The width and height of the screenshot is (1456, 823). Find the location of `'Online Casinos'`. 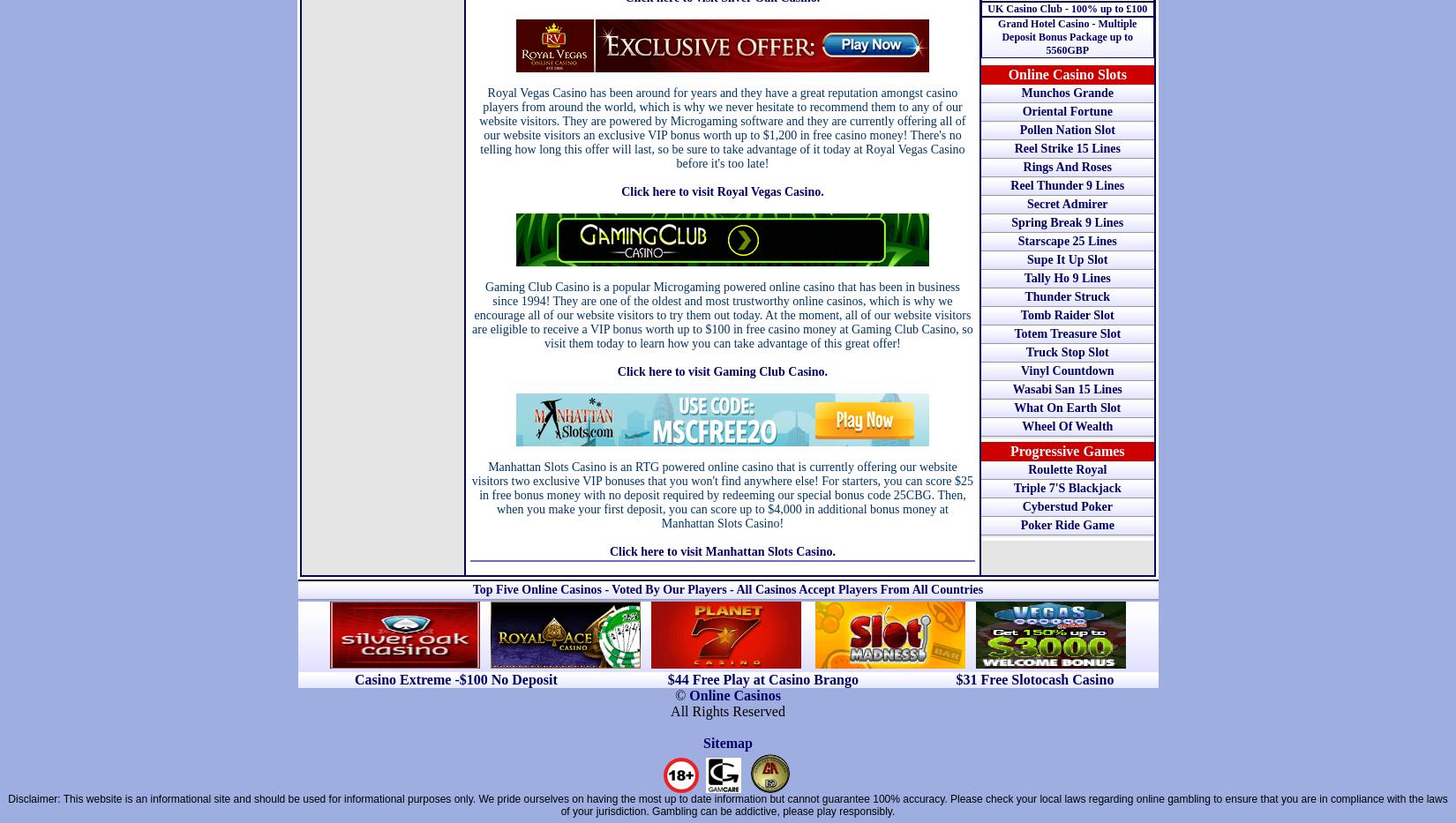

'Online Casinos' is located at coordinates (734, 695).